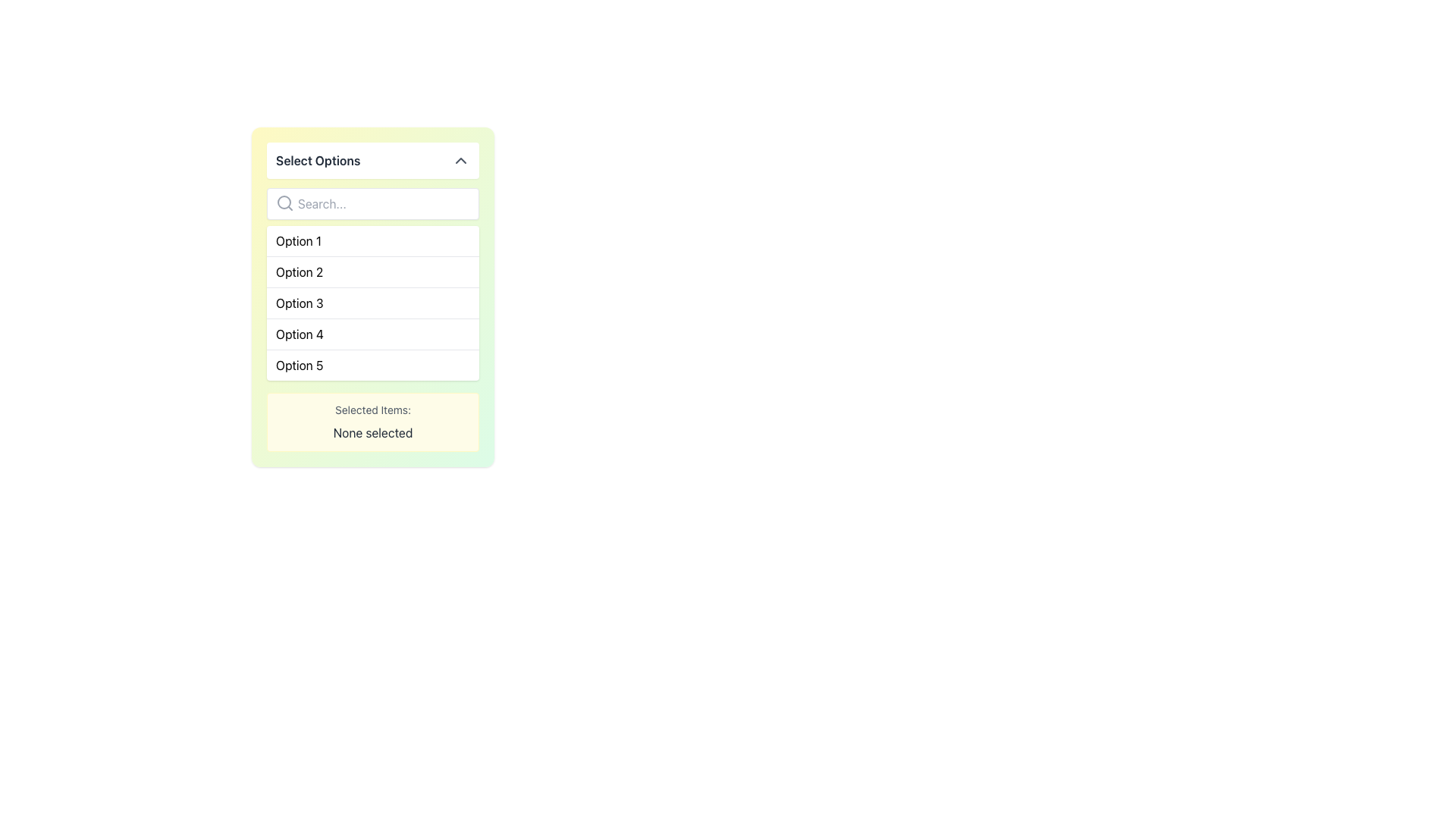  Describe the element at coordinates (372, 365) in the screenshot. I see `the fifth selectable option in the dropdown menu titled 'Select Options'` at that location.